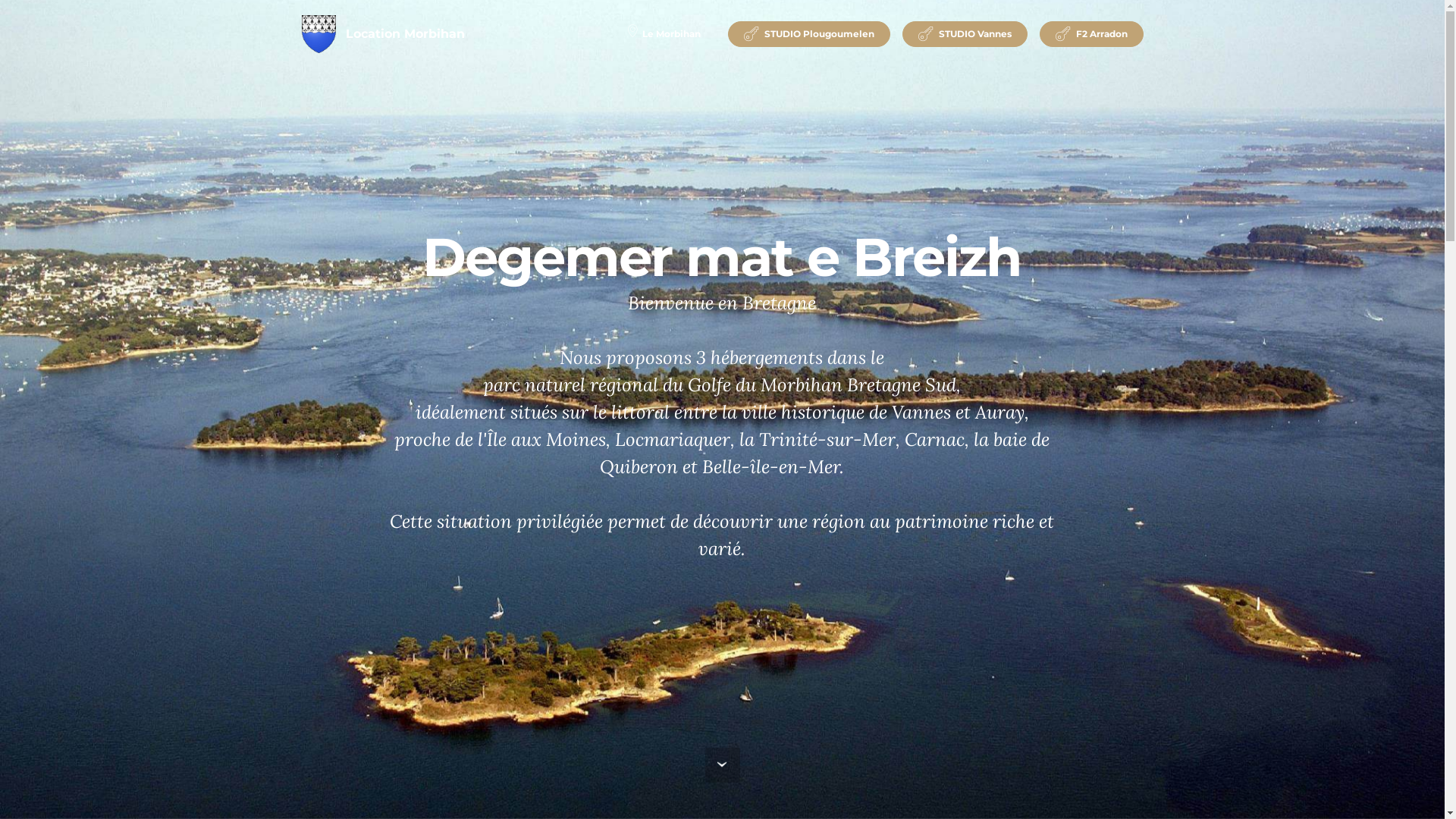  Describe the element at coordinates (1090, 34) in the screenshot. I see `'F2 Arradon'` at that location.